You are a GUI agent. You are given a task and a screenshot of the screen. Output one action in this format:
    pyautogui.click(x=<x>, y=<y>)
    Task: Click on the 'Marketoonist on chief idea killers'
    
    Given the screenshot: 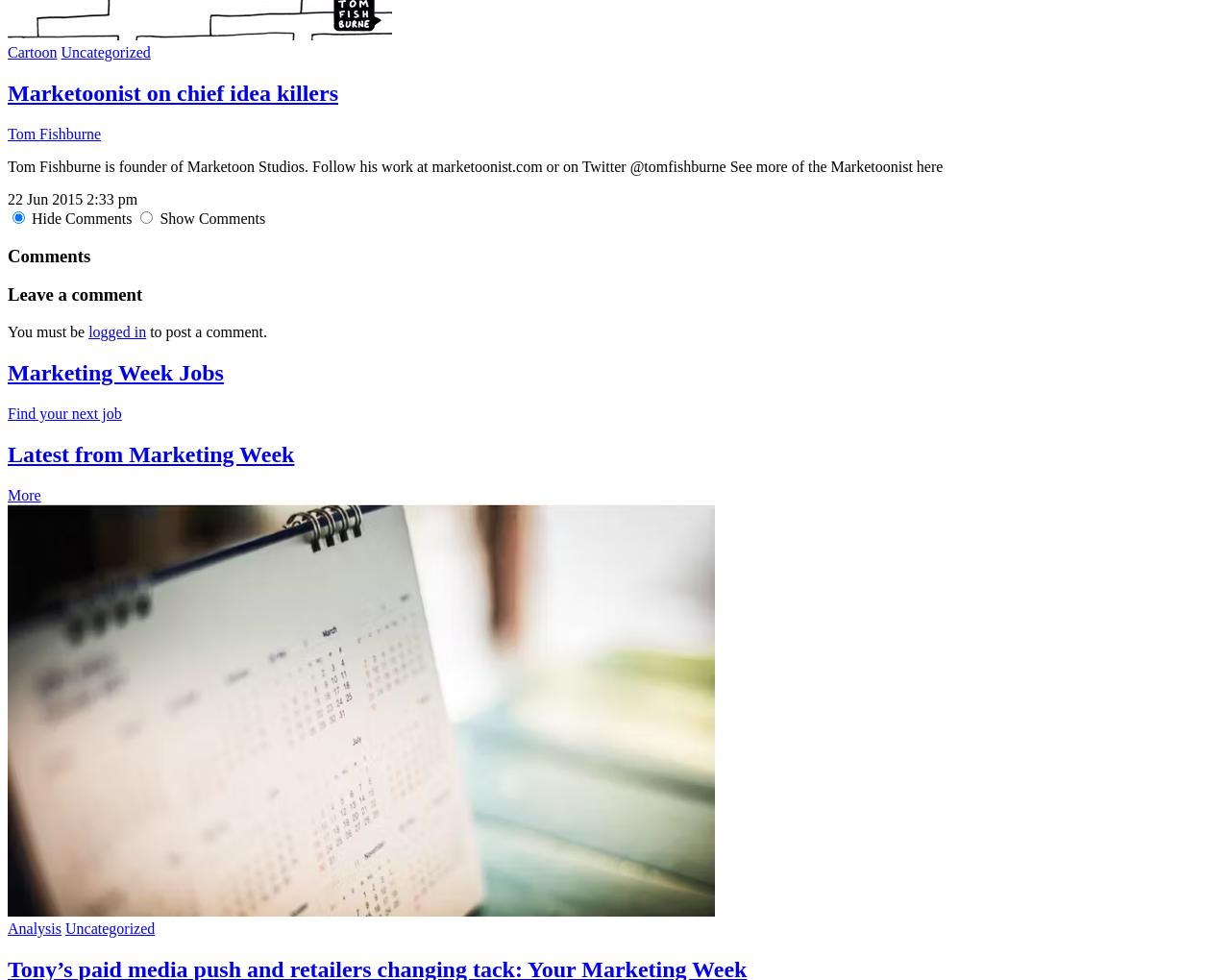 What is the action you would take?
    pyautogui.click(x=8, y=90)
    